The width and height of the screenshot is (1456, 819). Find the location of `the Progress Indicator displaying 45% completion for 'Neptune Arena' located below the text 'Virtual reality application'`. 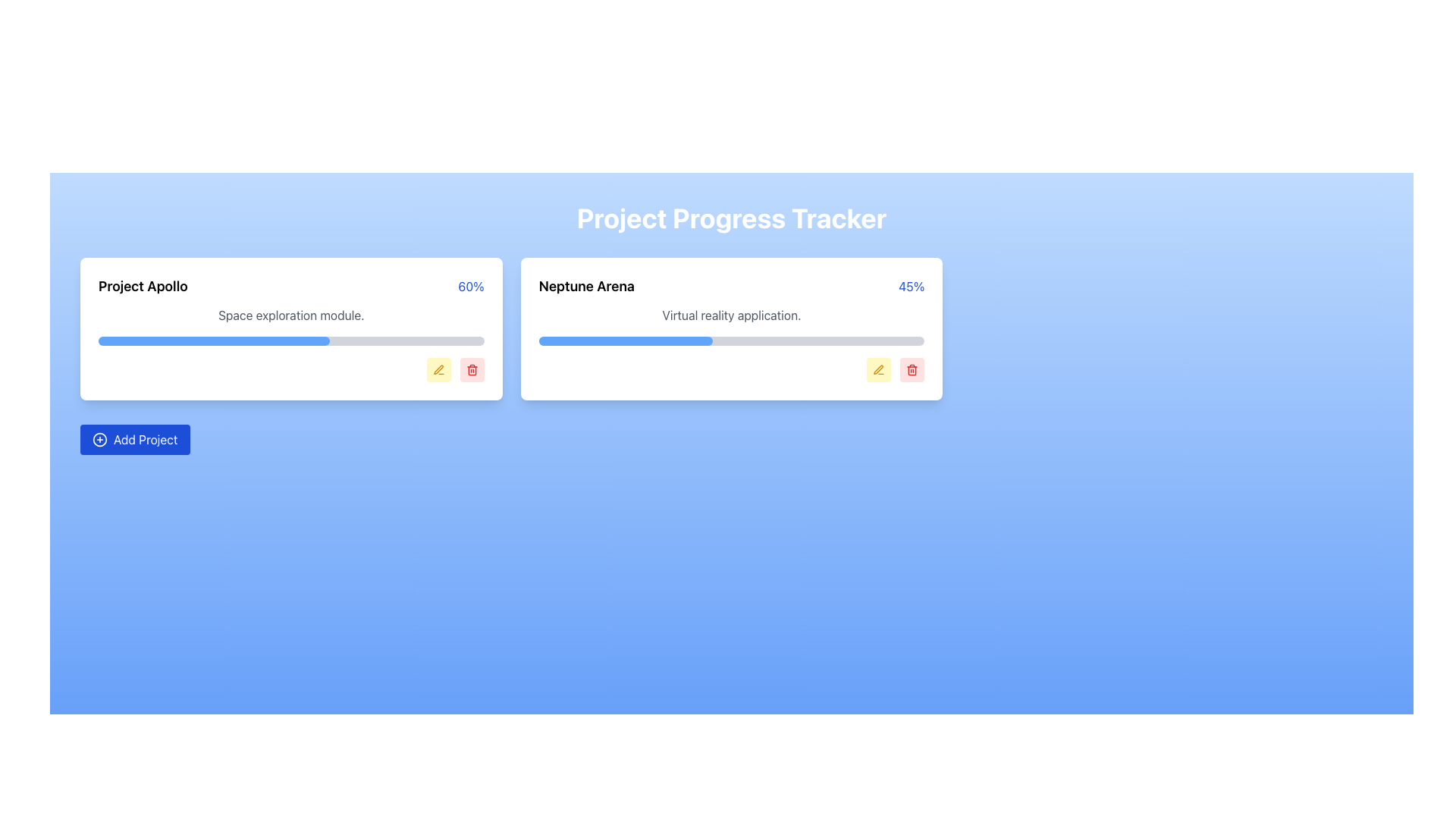

the Progress Indicator displaying 45% completion for 'Neptune Arena' located below the text 'Virtual reality application' is located at coordinates (626, 341).